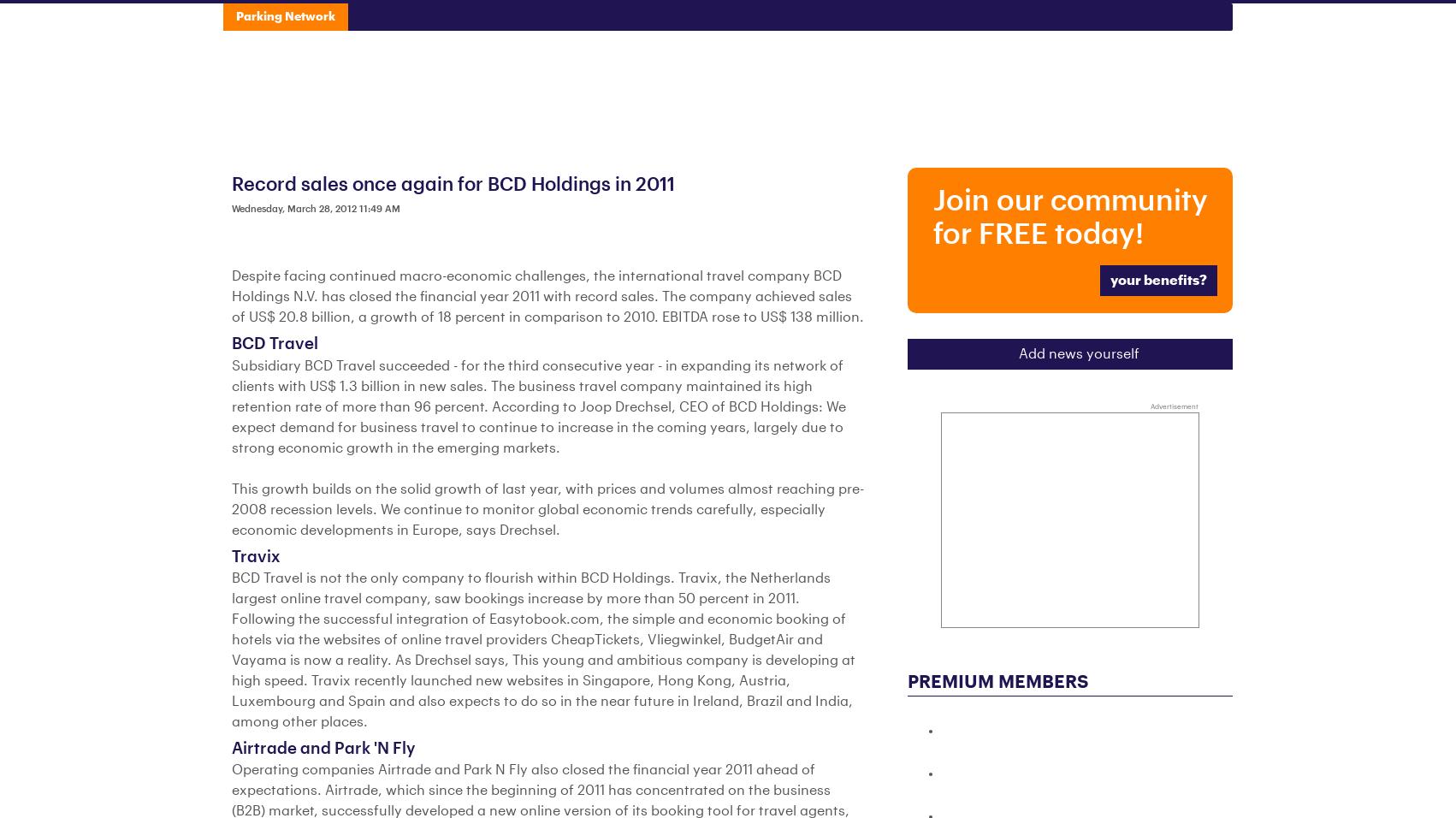 The height and width of the screenshot is (818, 1456). Describe the element at coordinates (992, 21) in the screenshot. I see `'Webinars'` at that location.